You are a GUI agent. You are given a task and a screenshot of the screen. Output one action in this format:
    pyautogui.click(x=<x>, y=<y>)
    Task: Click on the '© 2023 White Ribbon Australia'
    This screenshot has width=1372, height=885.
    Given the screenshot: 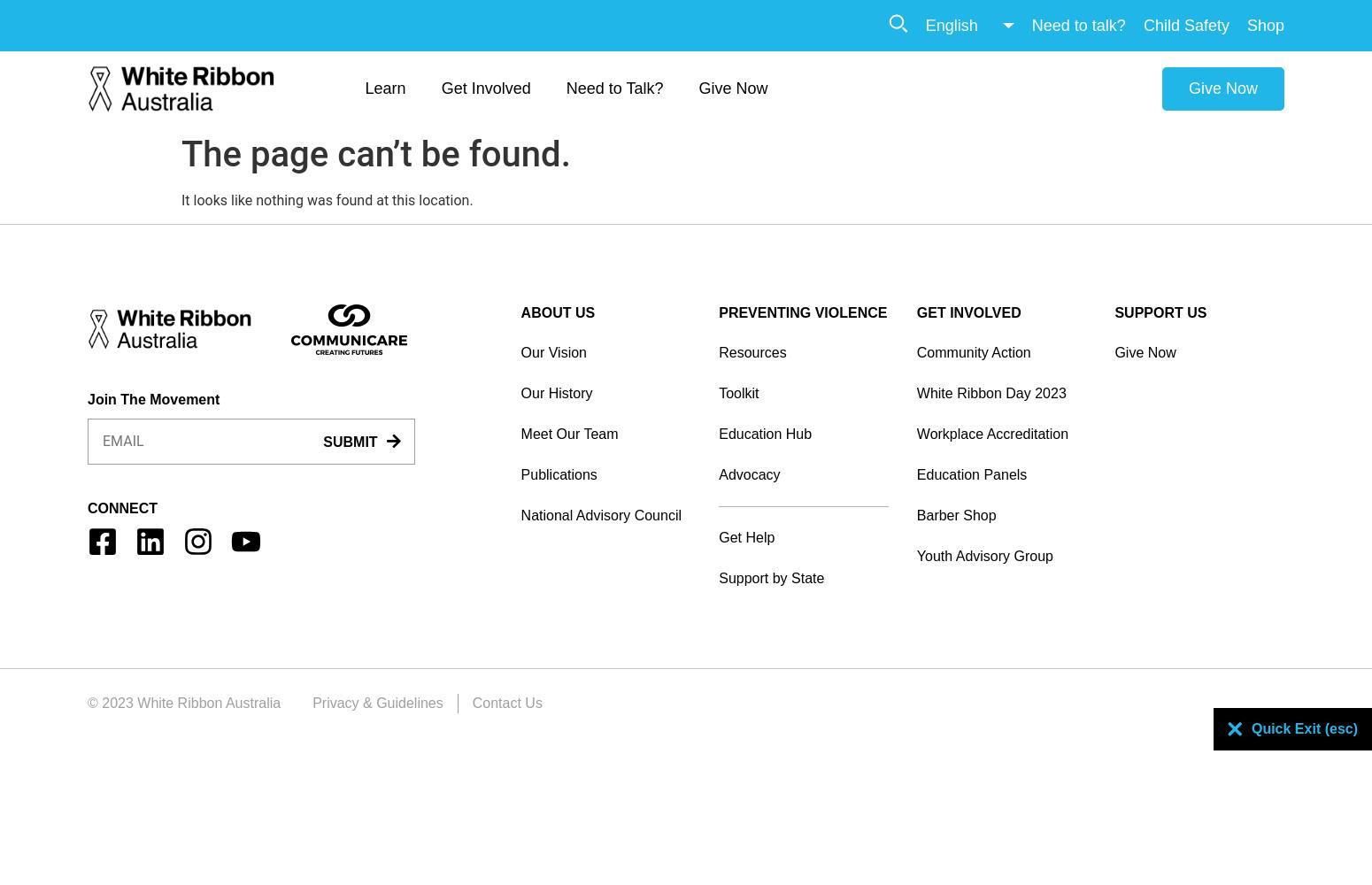 What is the action you would take?
    pyautogui.click(x=183, y=702)
    